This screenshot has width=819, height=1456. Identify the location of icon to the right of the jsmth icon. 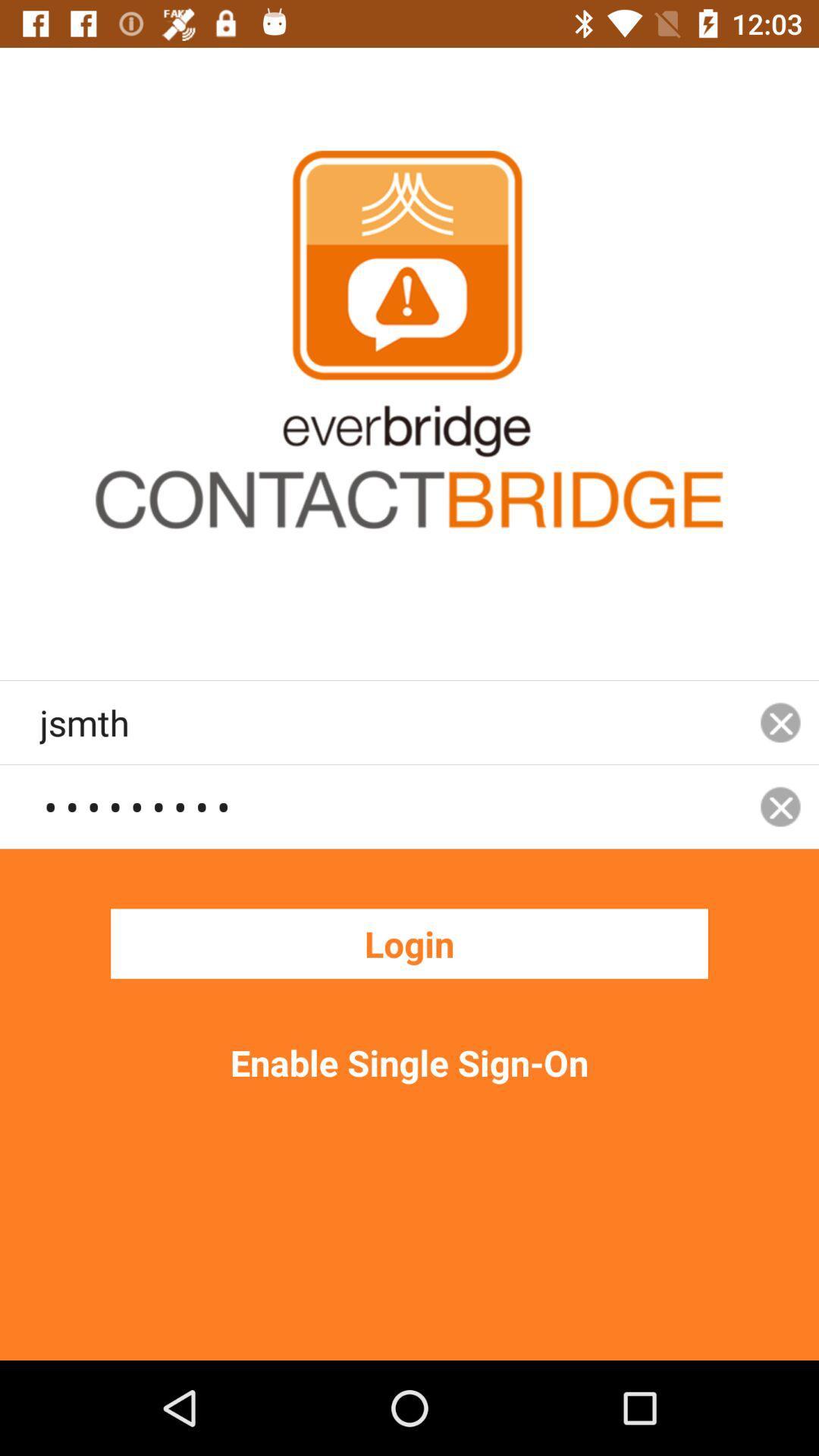
(780, 721).